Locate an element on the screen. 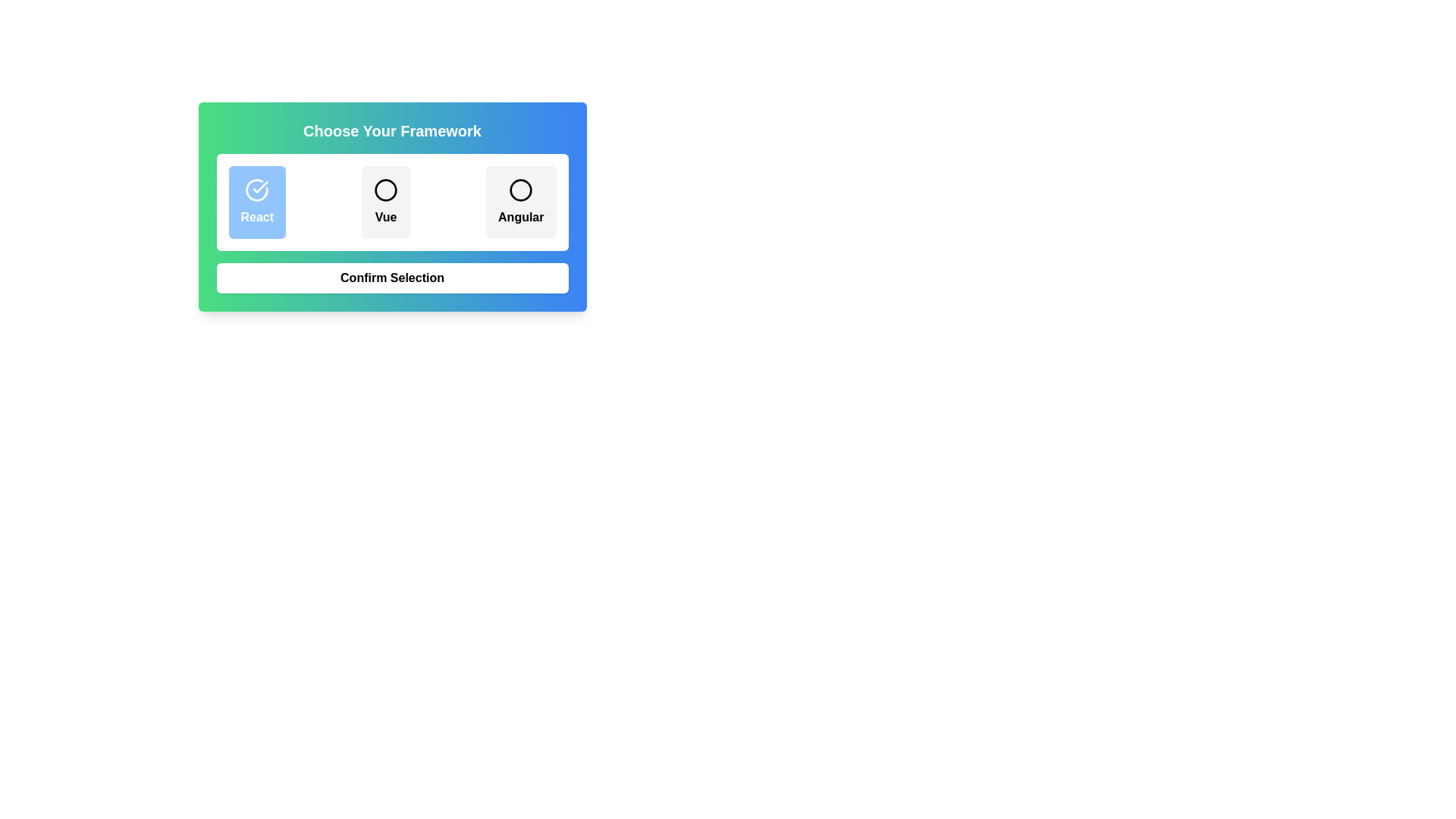  text of the label indicating the 'Vue' framework, which is positioned centrally below the corresponding radio button in a horizontal list of options is located at coordinates (385, 217).